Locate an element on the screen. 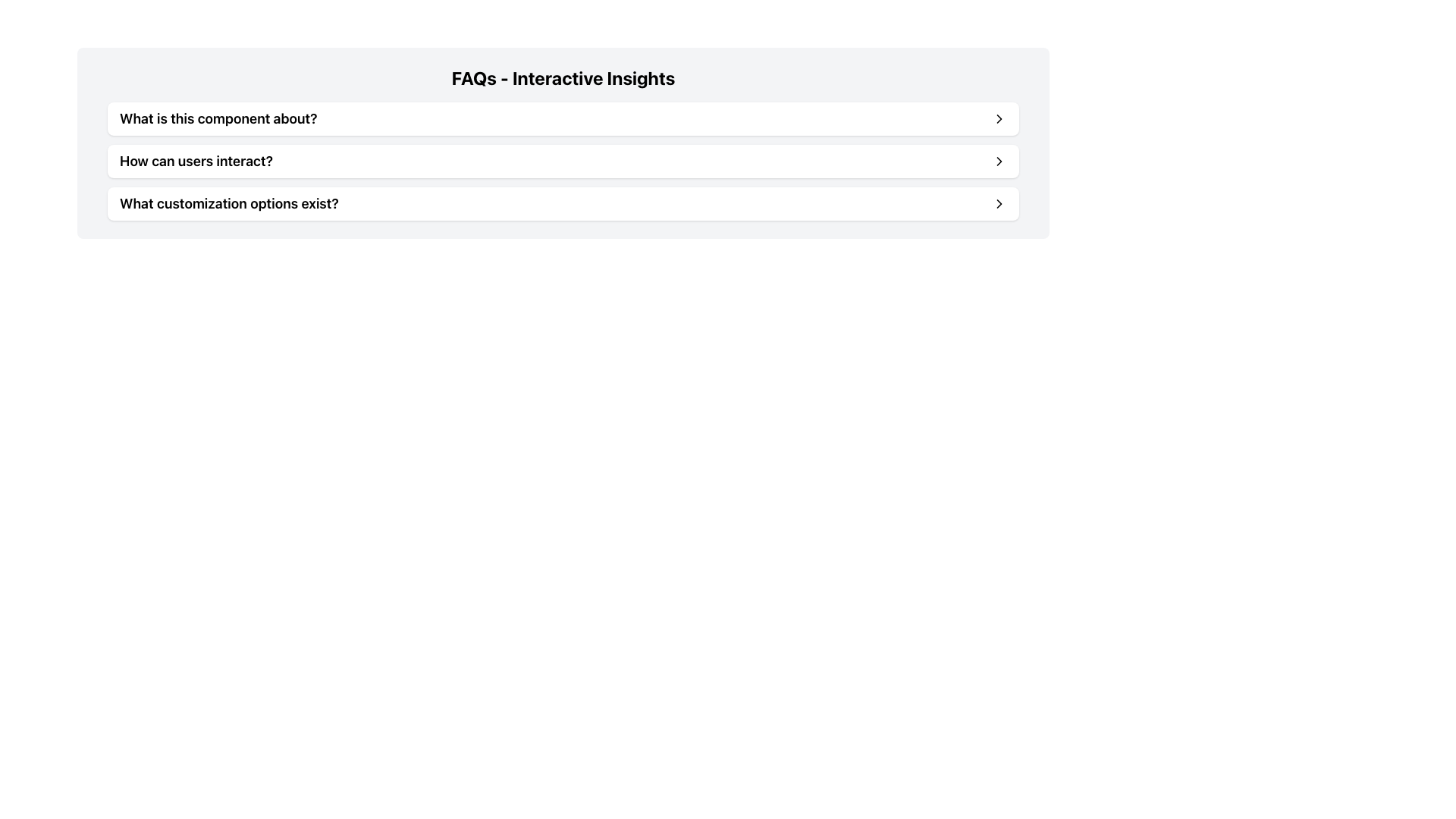 The image size is (1456, 819). the navigational arrow icon located on the far right side of the row labeled 'How can users interact?' is located at coordinates (999, 161).